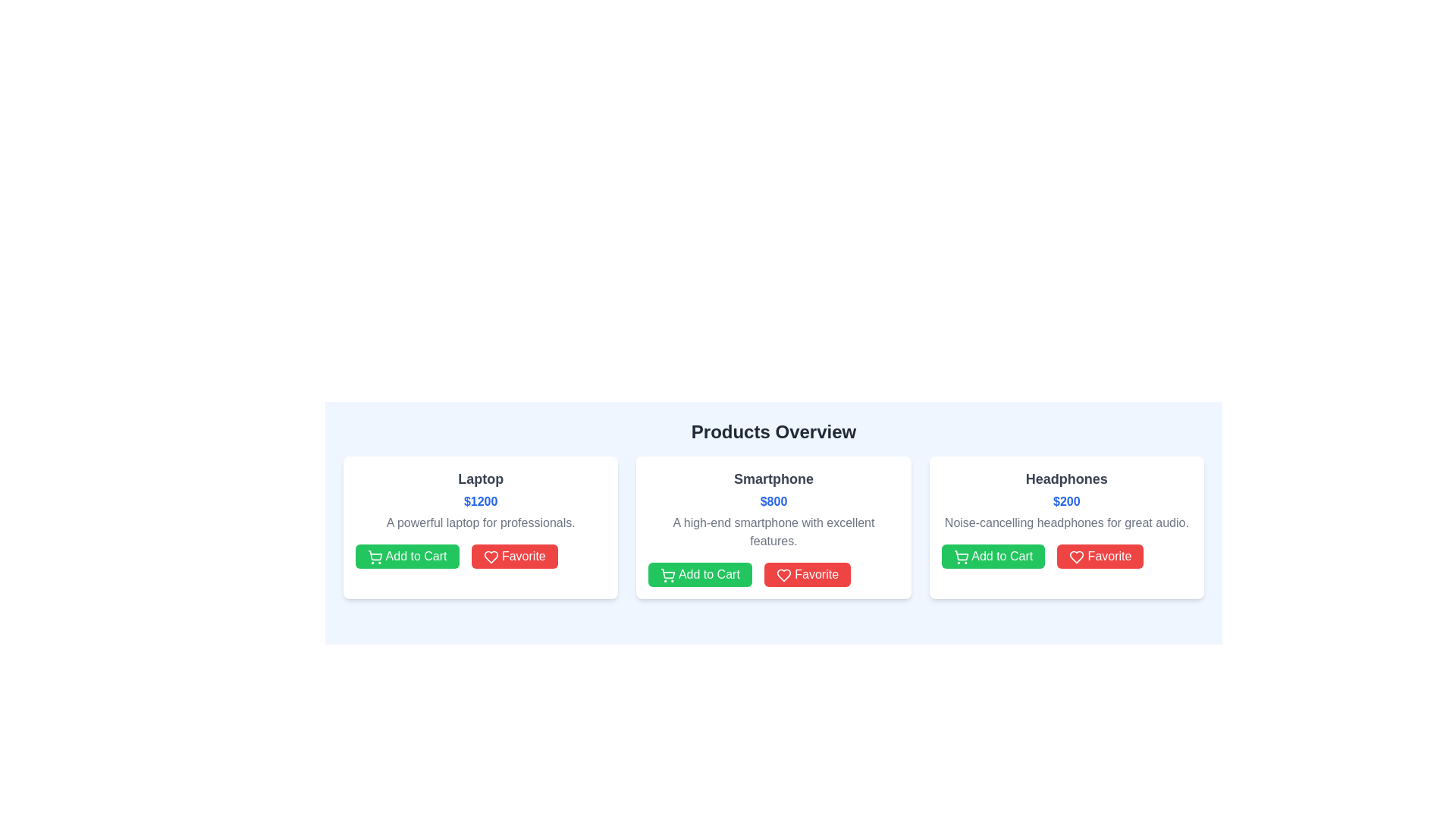 This screenshot has height=819, width=1456. I want to click on the shopping cart icon outlined in green, located within the 'Add to Cart' button at the bottom left corner of the 'Smartphone' product card, so click(960, 557).